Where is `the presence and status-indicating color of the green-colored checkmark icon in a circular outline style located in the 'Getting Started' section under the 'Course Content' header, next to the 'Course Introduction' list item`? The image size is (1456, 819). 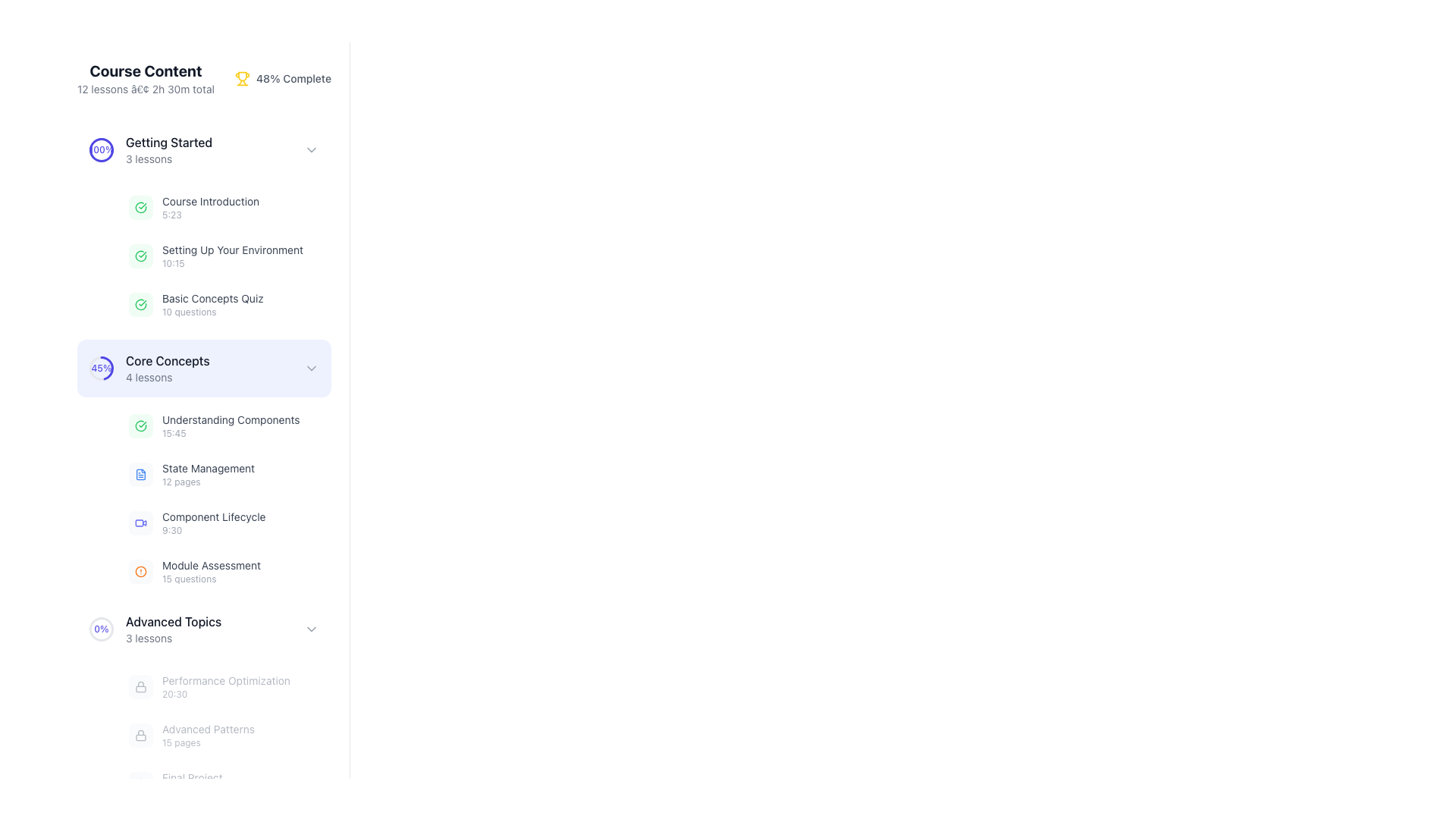 the presence and status-indicating color of the green-colored checkmark icon in a circular outline style located in the 'Getting Started' section under the 'Course Content' header, next to the 'Course Introduction' list item is located at coordinates (141, 256).